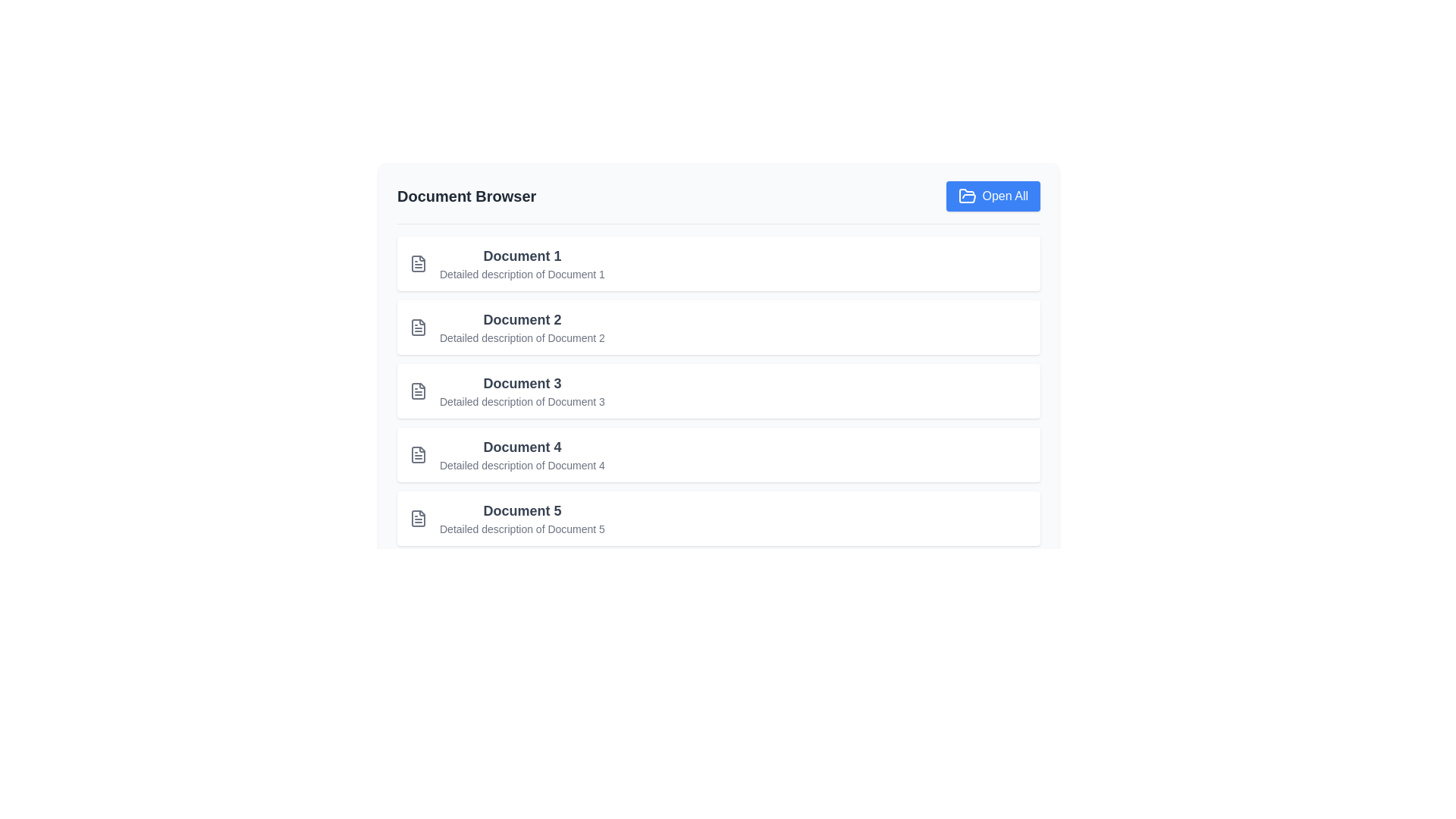 The image size is (1456, 819). I want to click on the text block that serves as the card header for displaying document-specific information, located in the topmost slot of a vertically stacked list next to a document file icon, so click(522, 262).